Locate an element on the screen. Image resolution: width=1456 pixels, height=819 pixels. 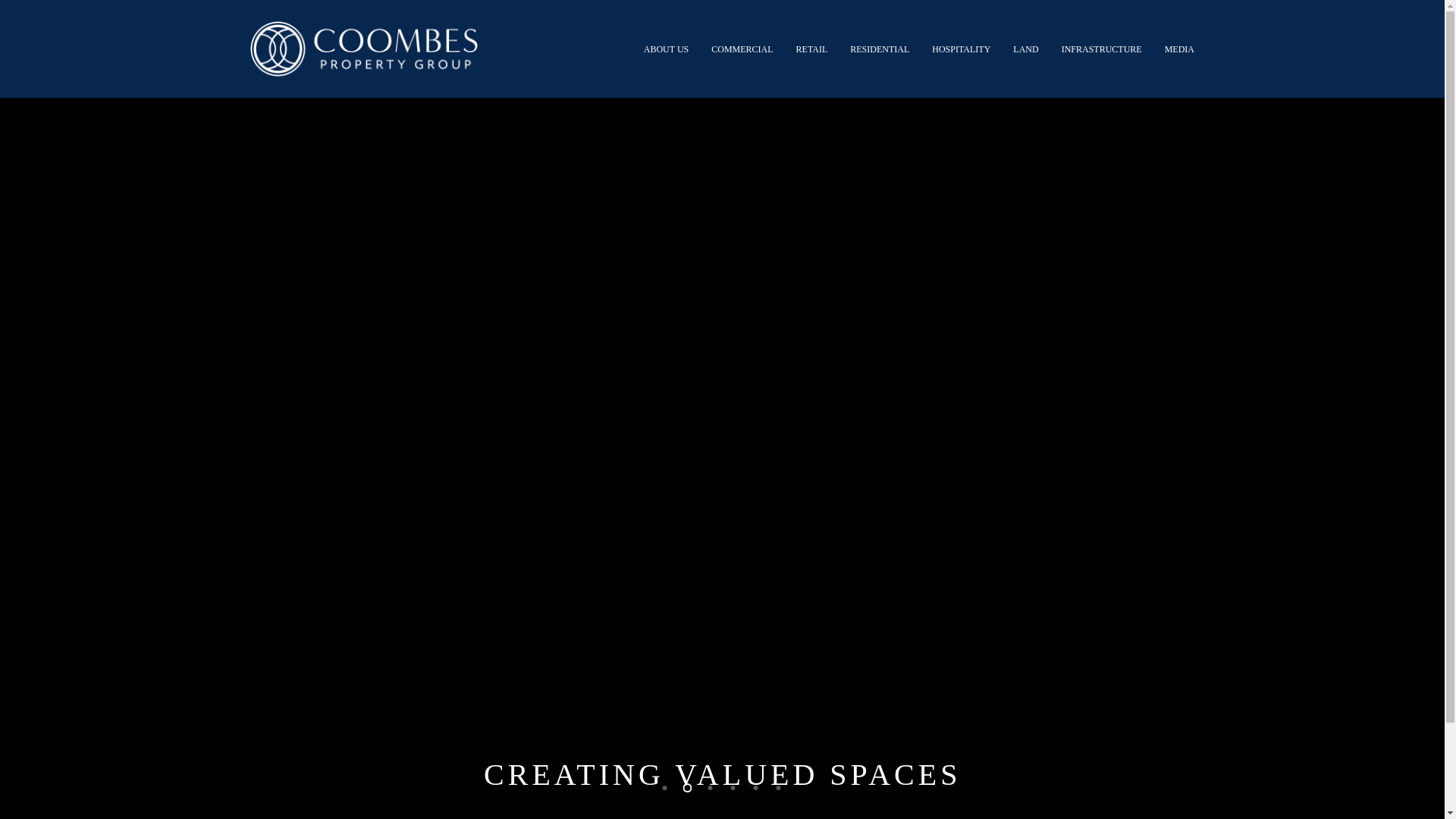
'COMMERCIAL' is located at coordinates (742, 48).